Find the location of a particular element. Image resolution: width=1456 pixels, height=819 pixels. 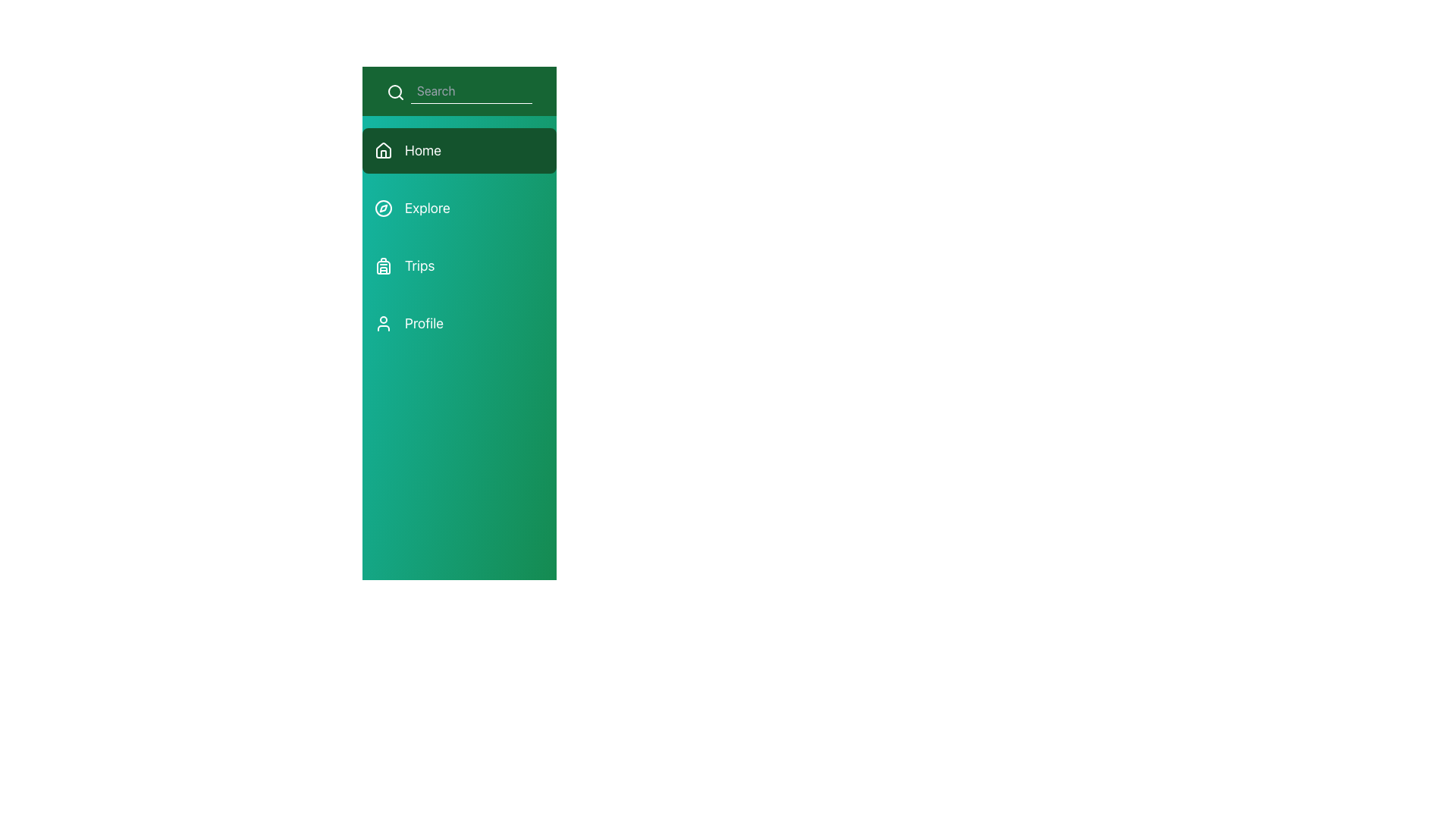

the magnifying glass icon, which is the first element on the left in the sidebar is located at coordinates (396, 91).